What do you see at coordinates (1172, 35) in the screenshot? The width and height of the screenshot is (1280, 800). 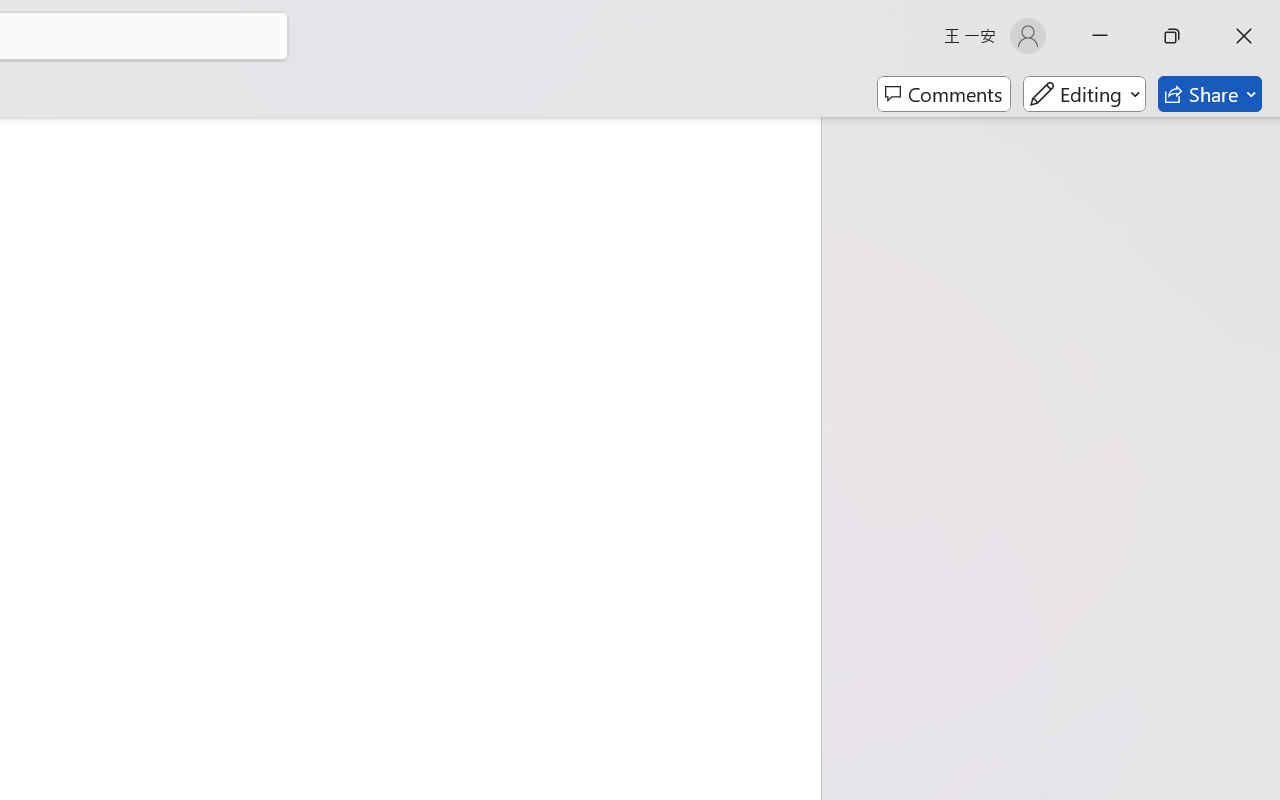 I see `'Restore Down'` at bounding box center [1172, 35].